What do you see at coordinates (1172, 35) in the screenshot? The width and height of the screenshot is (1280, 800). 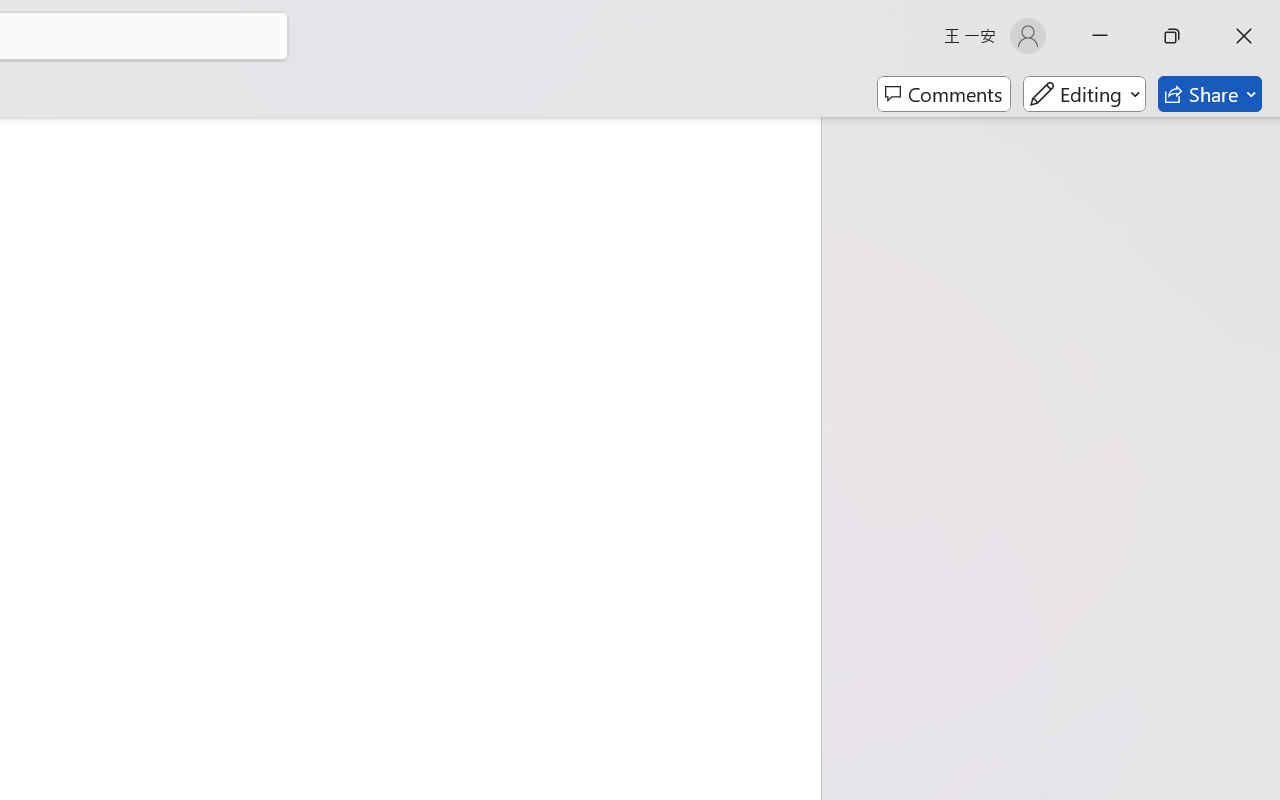 I see `'Restore Down'` at bounding box center [1172, 35].